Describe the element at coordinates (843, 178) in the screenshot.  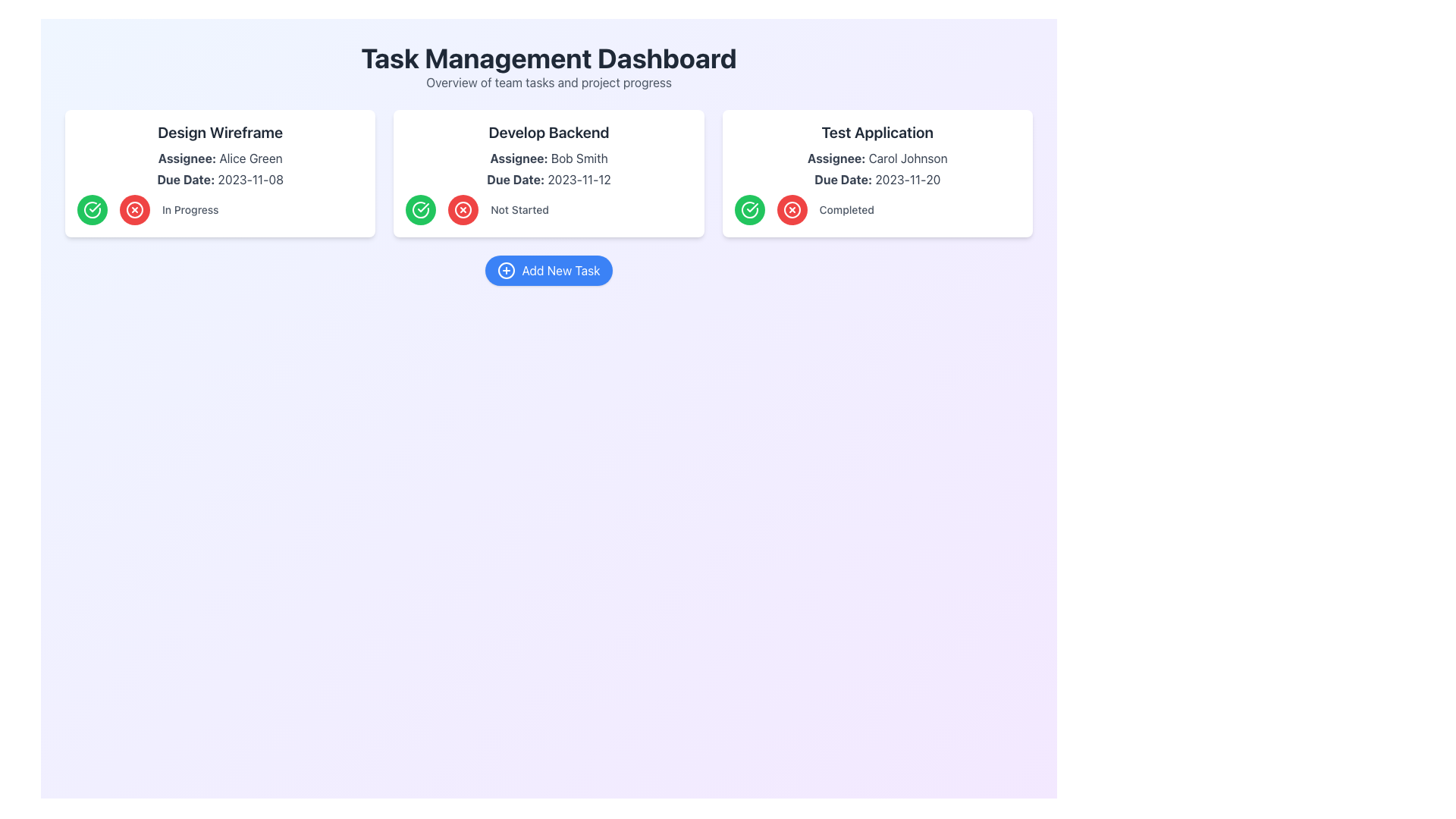
I see `text label that reads 'Due Date:' located in the third card of the interface, which is styled in bold dark gray and positioned above the due date value` at that location.